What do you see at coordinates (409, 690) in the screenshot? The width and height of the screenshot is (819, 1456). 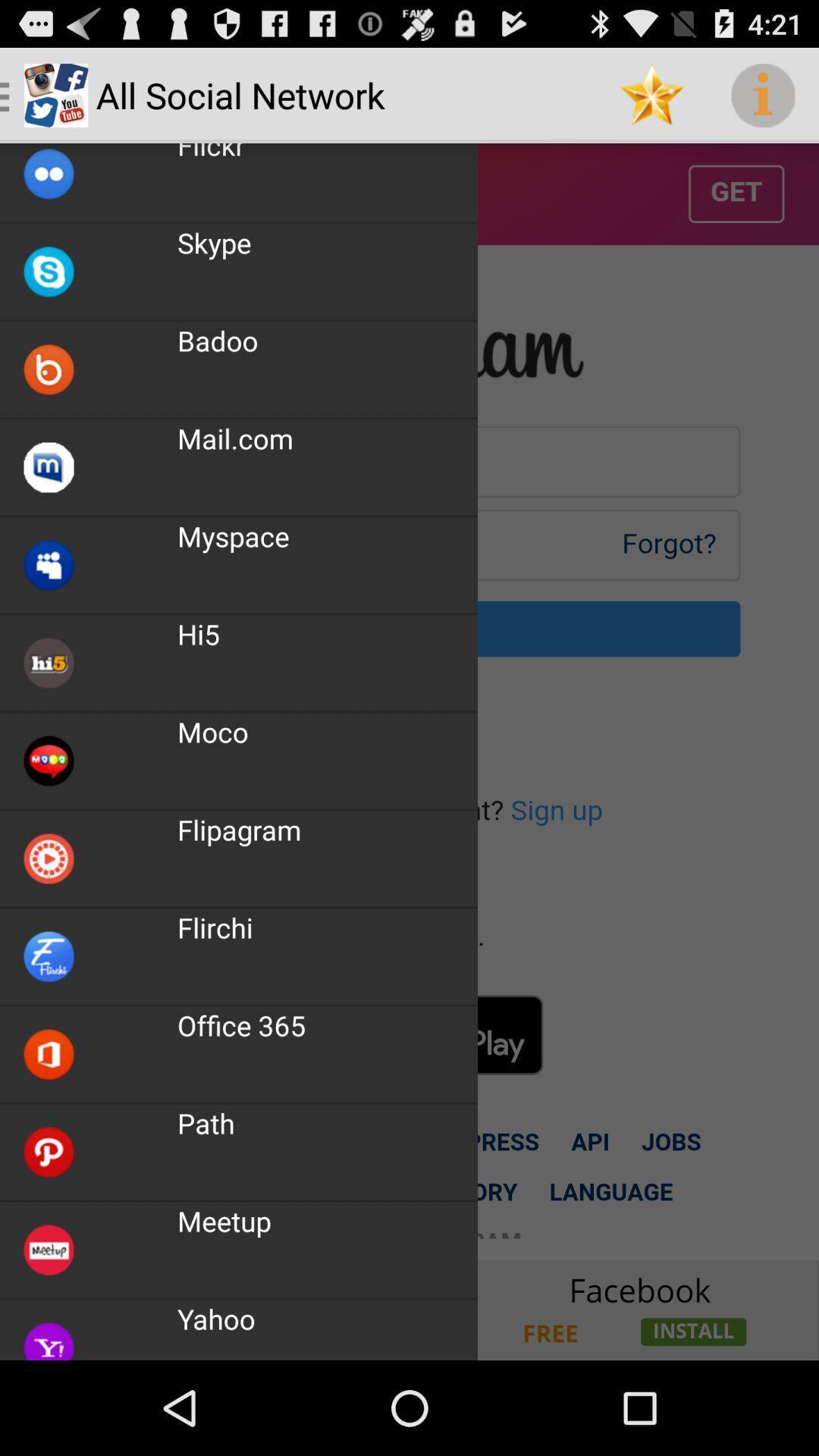 I see `icon at the center` at bounding box center [409, 690].